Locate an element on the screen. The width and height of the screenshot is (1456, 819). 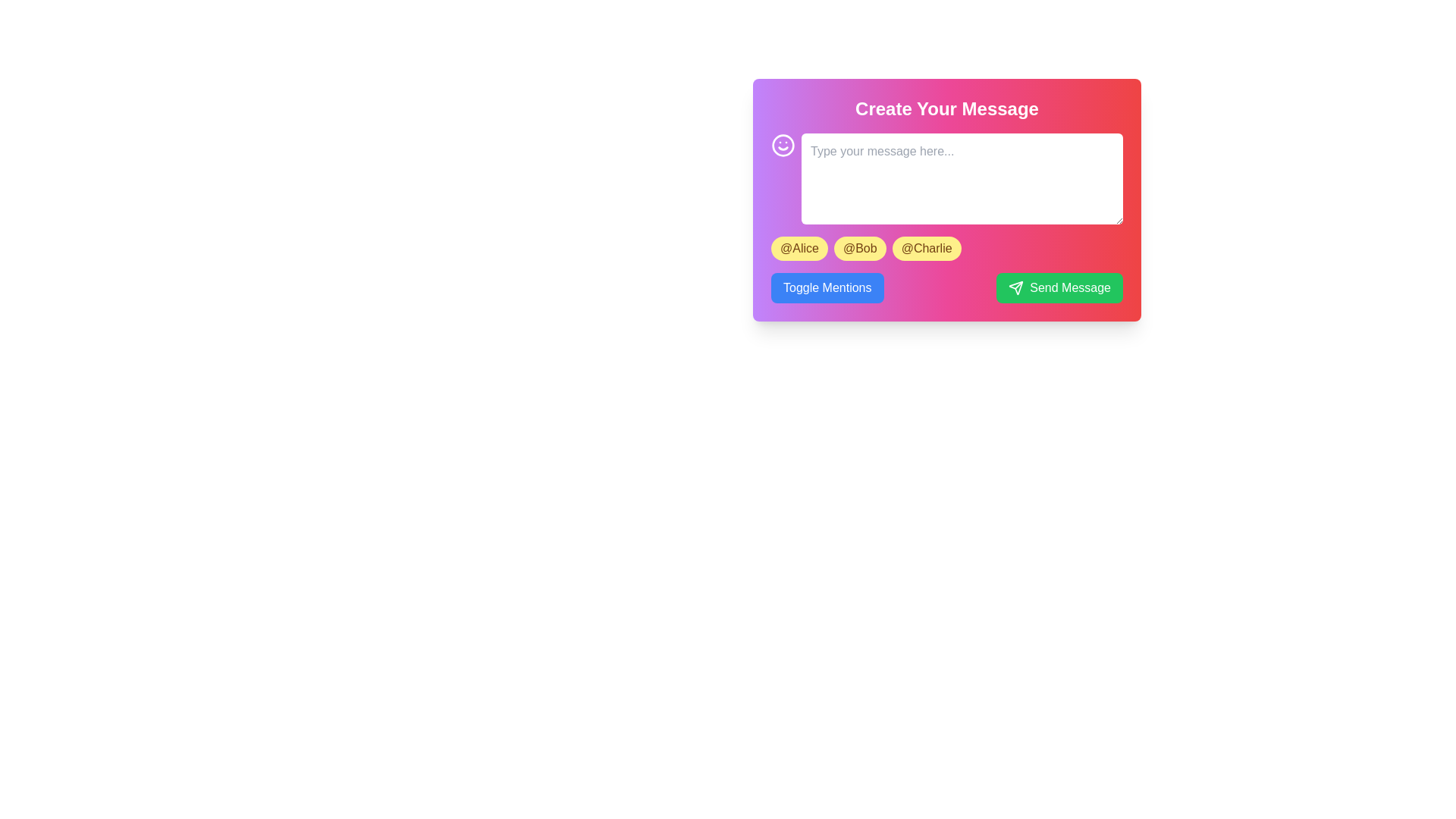
the first mention tag button for user 'Alice' located in the lower left section of the main interface panel is located at coordinates (799, 247).